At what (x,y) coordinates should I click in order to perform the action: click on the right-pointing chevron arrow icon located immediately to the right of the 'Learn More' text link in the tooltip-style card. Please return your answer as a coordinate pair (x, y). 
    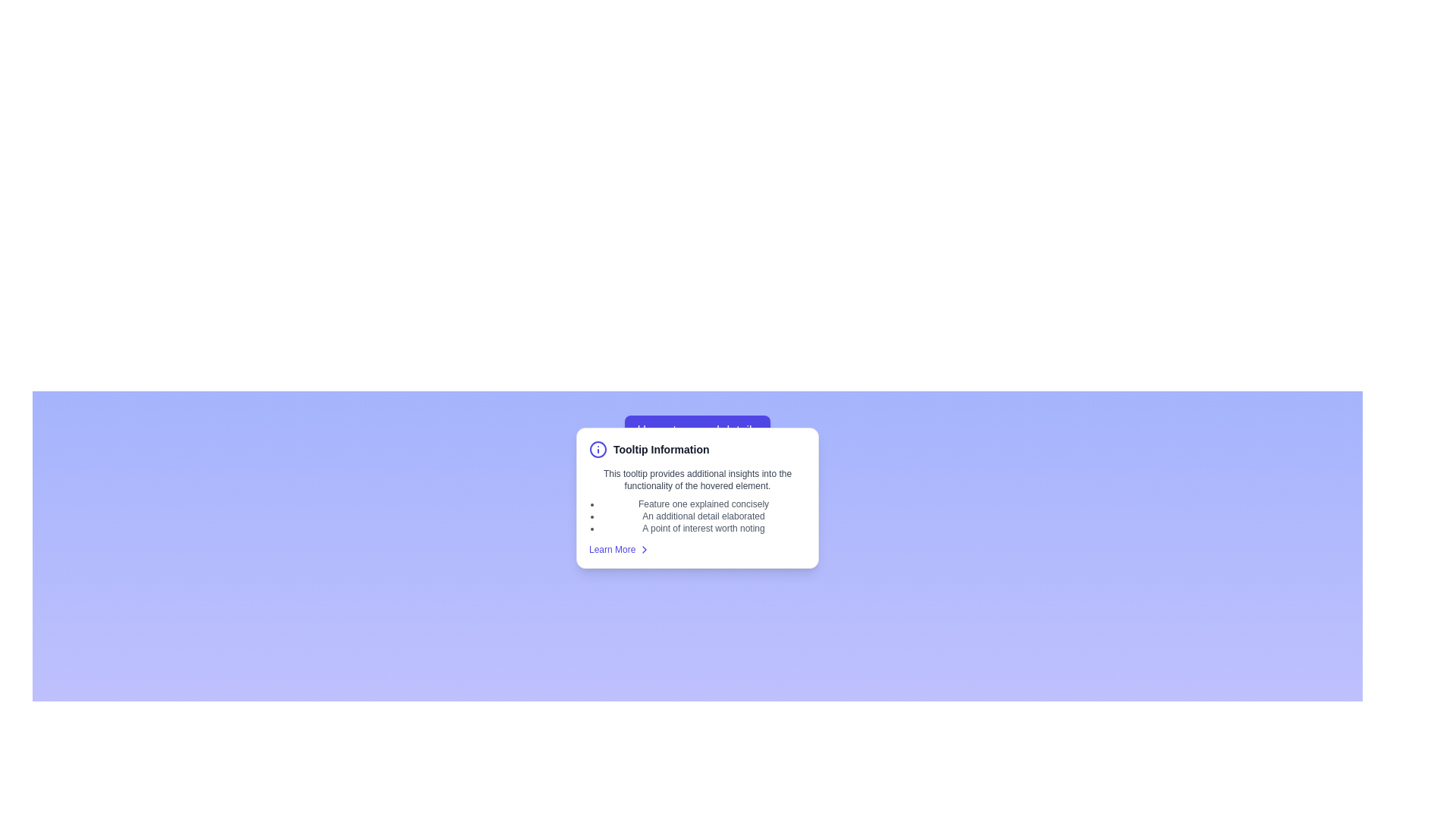
    Looking at the image, I should click on (645, 550).